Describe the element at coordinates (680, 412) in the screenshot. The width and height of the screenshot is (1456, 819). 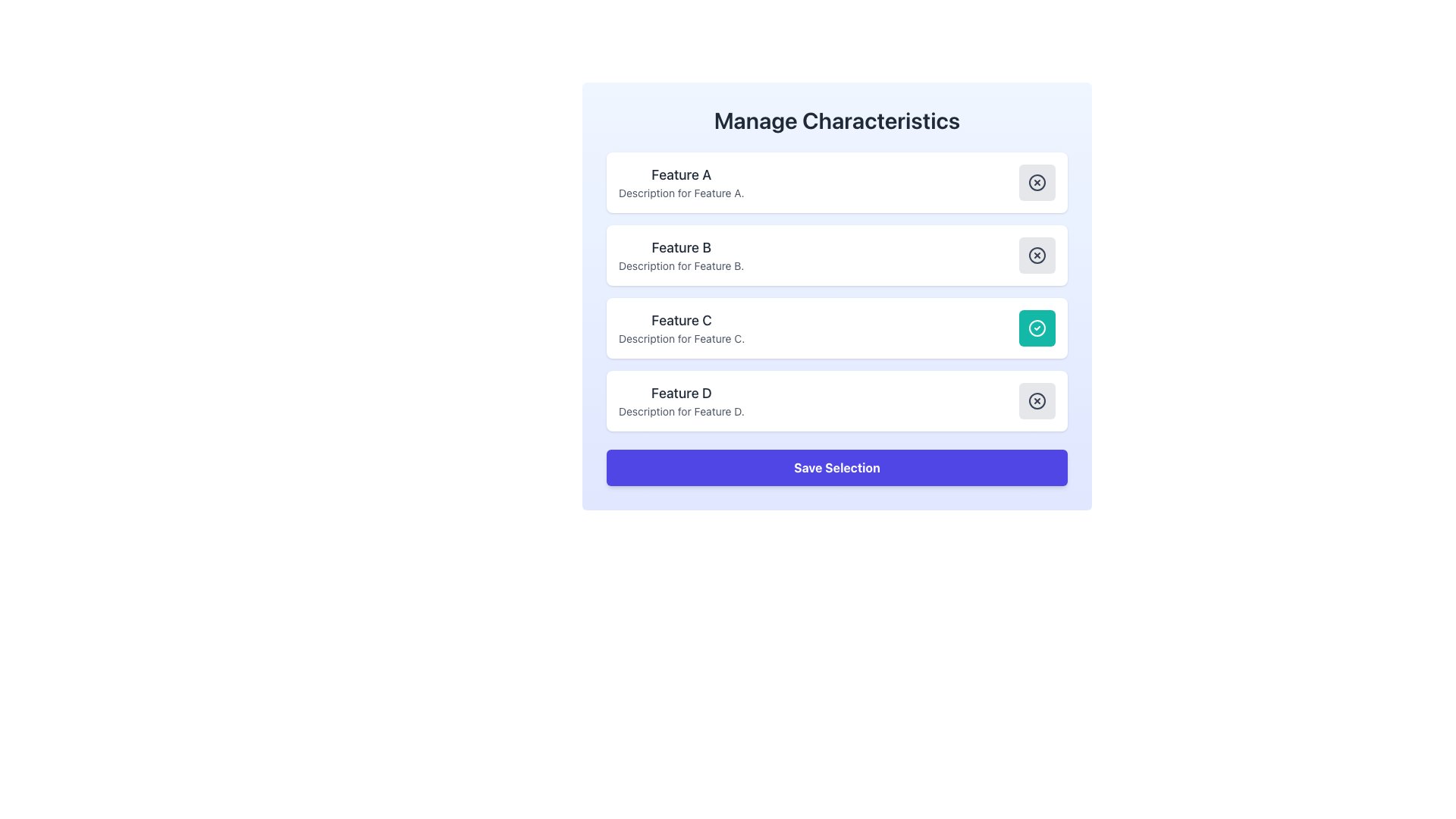
I see `the text label that displays 'Description for Feature D.', which is located below the heading 'Feature D' in the list` at that location.